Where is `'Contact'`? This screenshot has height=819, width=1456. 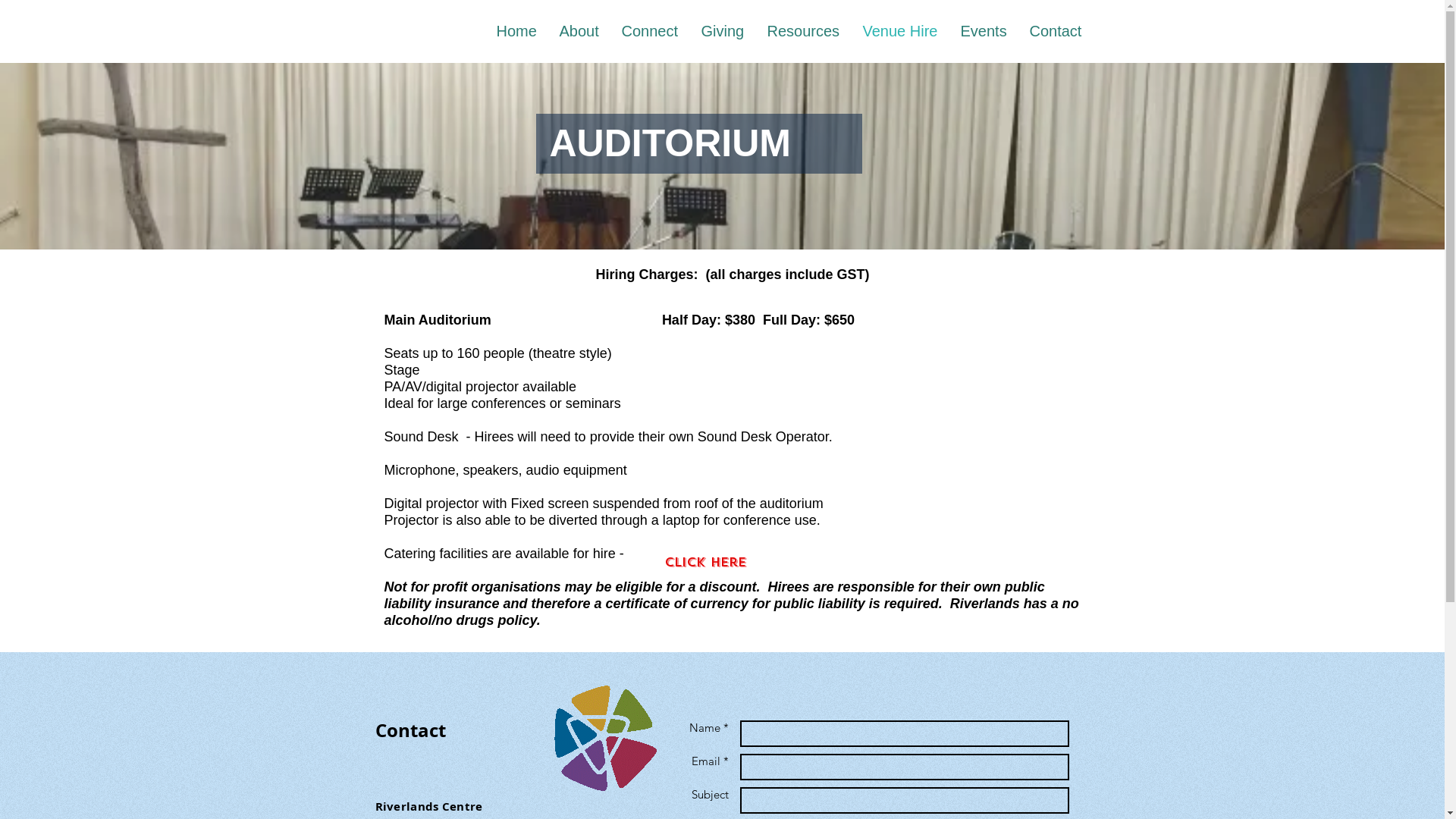
'Contact' is located at coordinates (1054, 31).